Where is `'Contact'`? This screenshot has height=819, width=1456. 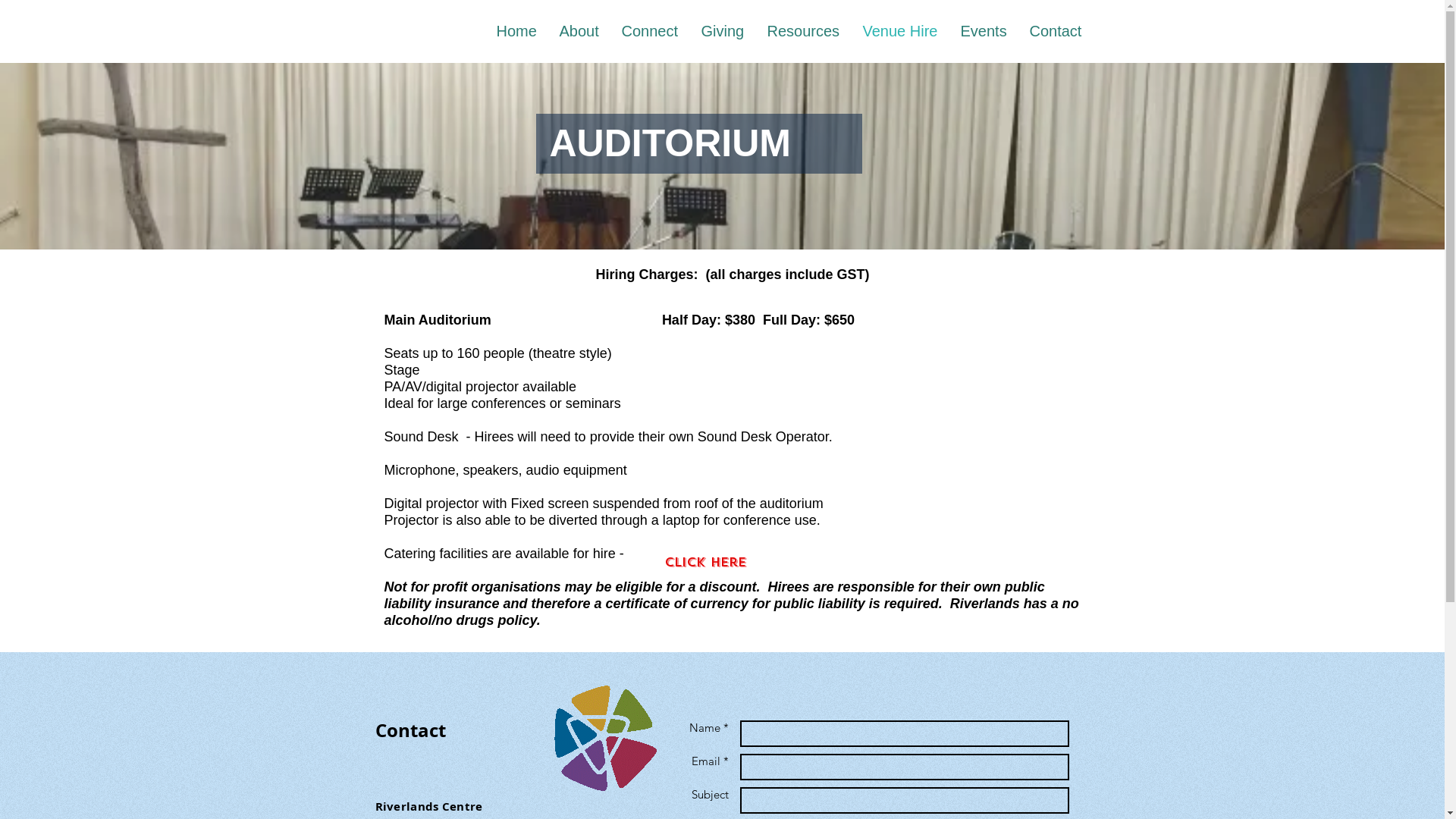
'Contact' is located at coordinates (1054, 31).